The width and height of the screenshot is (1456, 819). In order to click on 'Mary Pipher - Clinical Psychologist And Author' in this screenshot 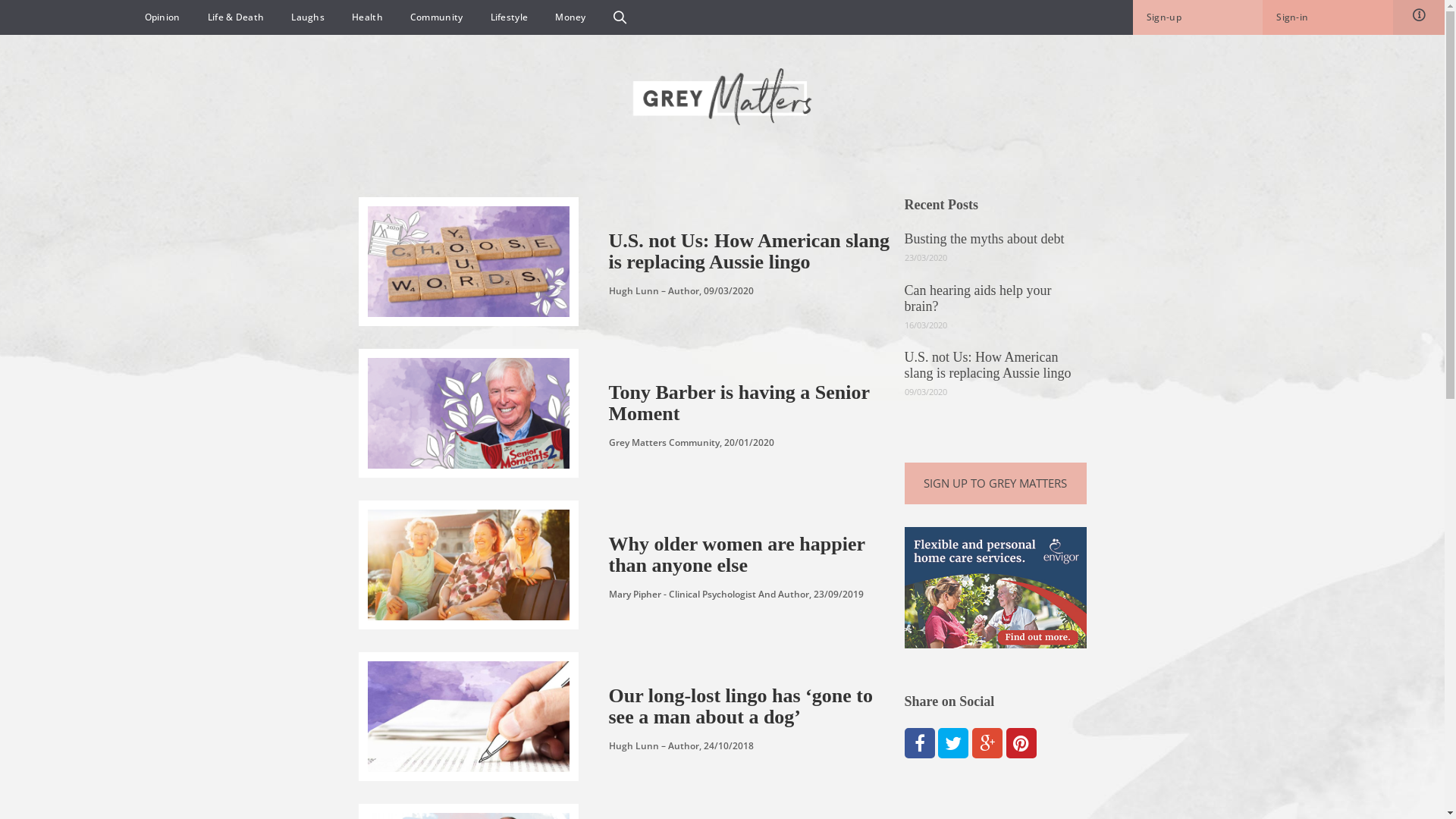, I will do `click(708, 593)`.